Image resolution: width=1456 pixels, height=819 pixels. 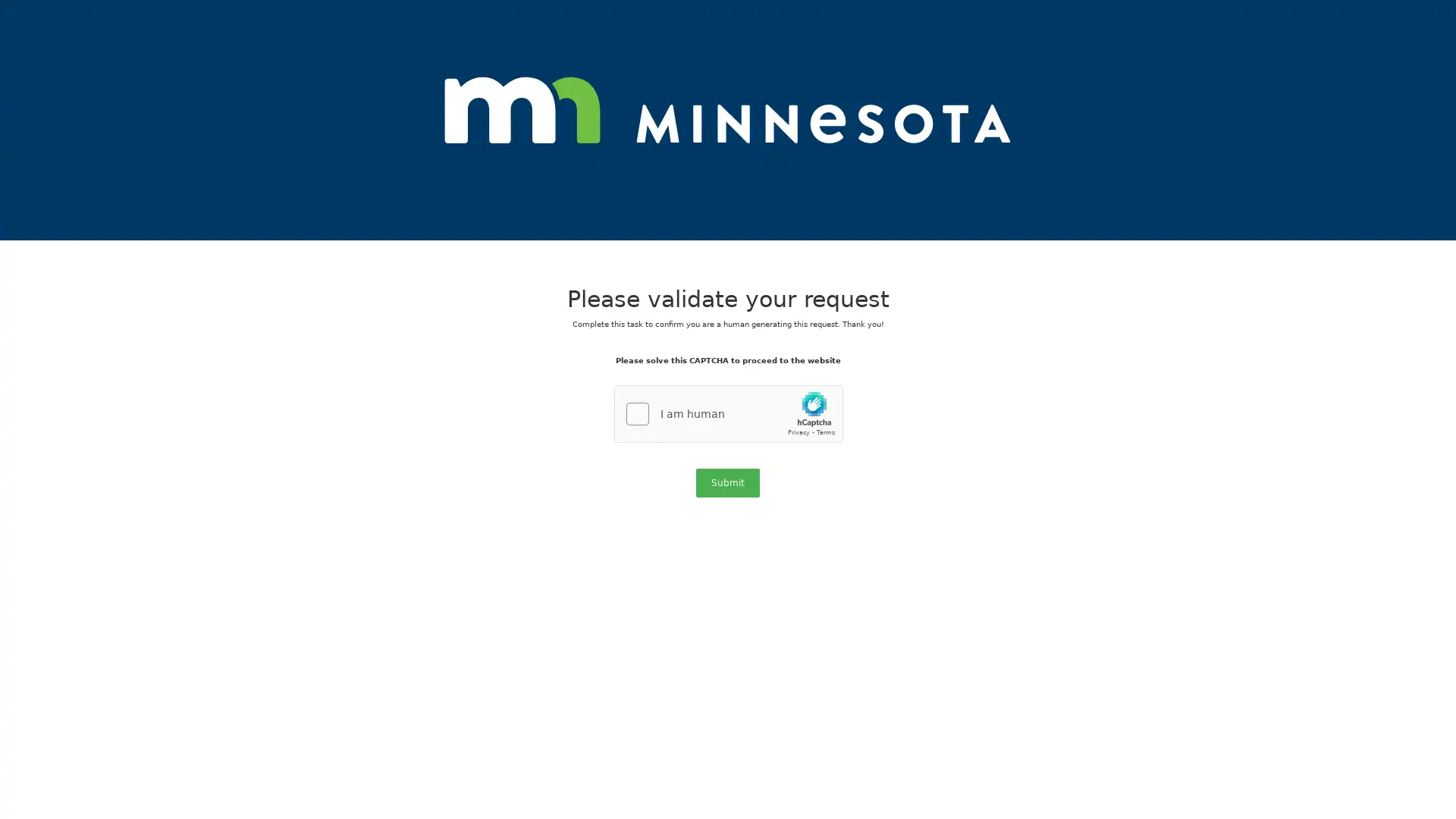 What do you see at coordinates (728, 482) in the screenshot?
I see `Submit` at bounding box center [728, 482].